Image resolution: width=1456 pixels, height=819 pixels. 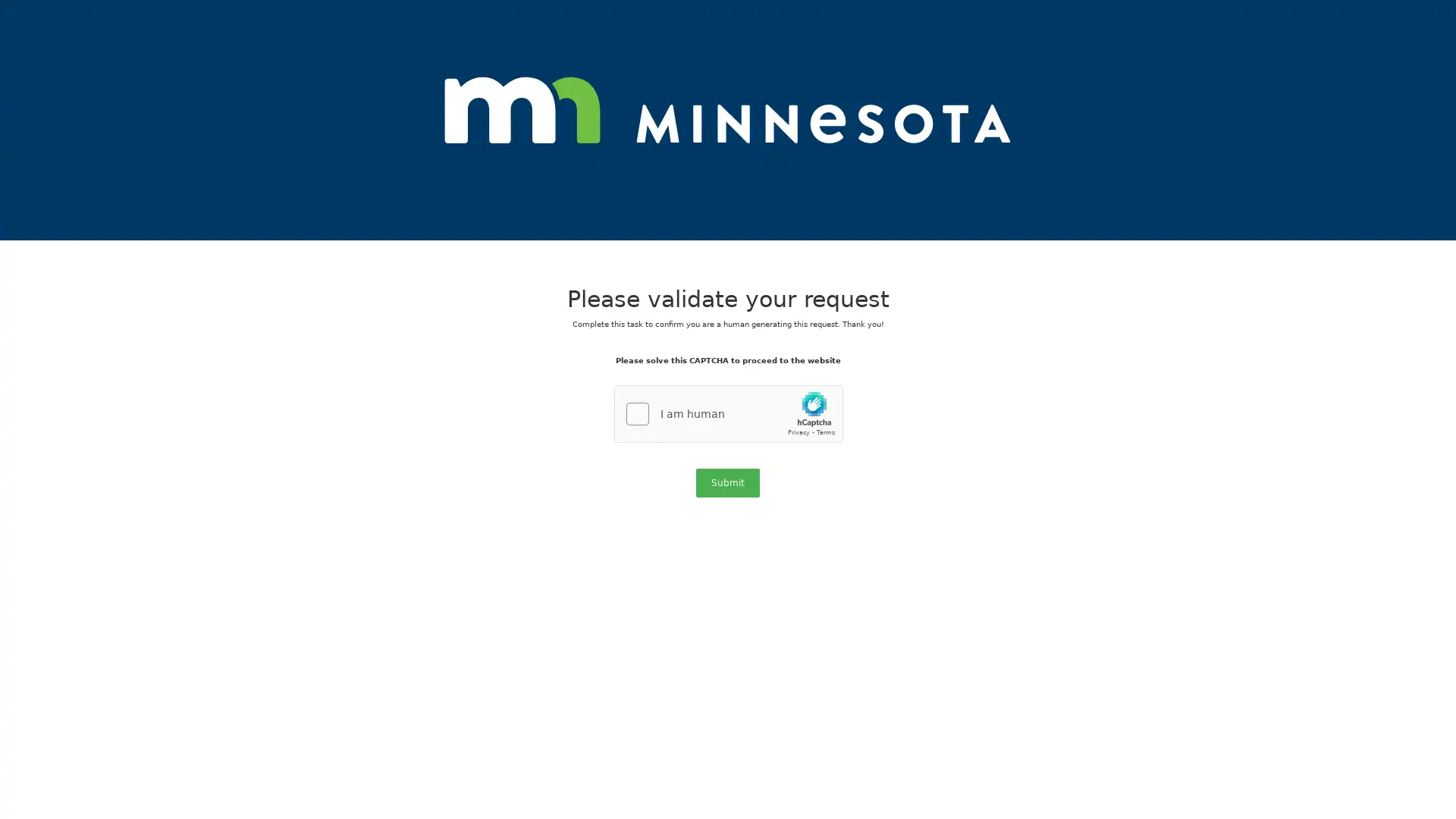 What do you see at coordinates (728, 482) in the screenshot?
I see `Submit` at bounding box center [728, 482].